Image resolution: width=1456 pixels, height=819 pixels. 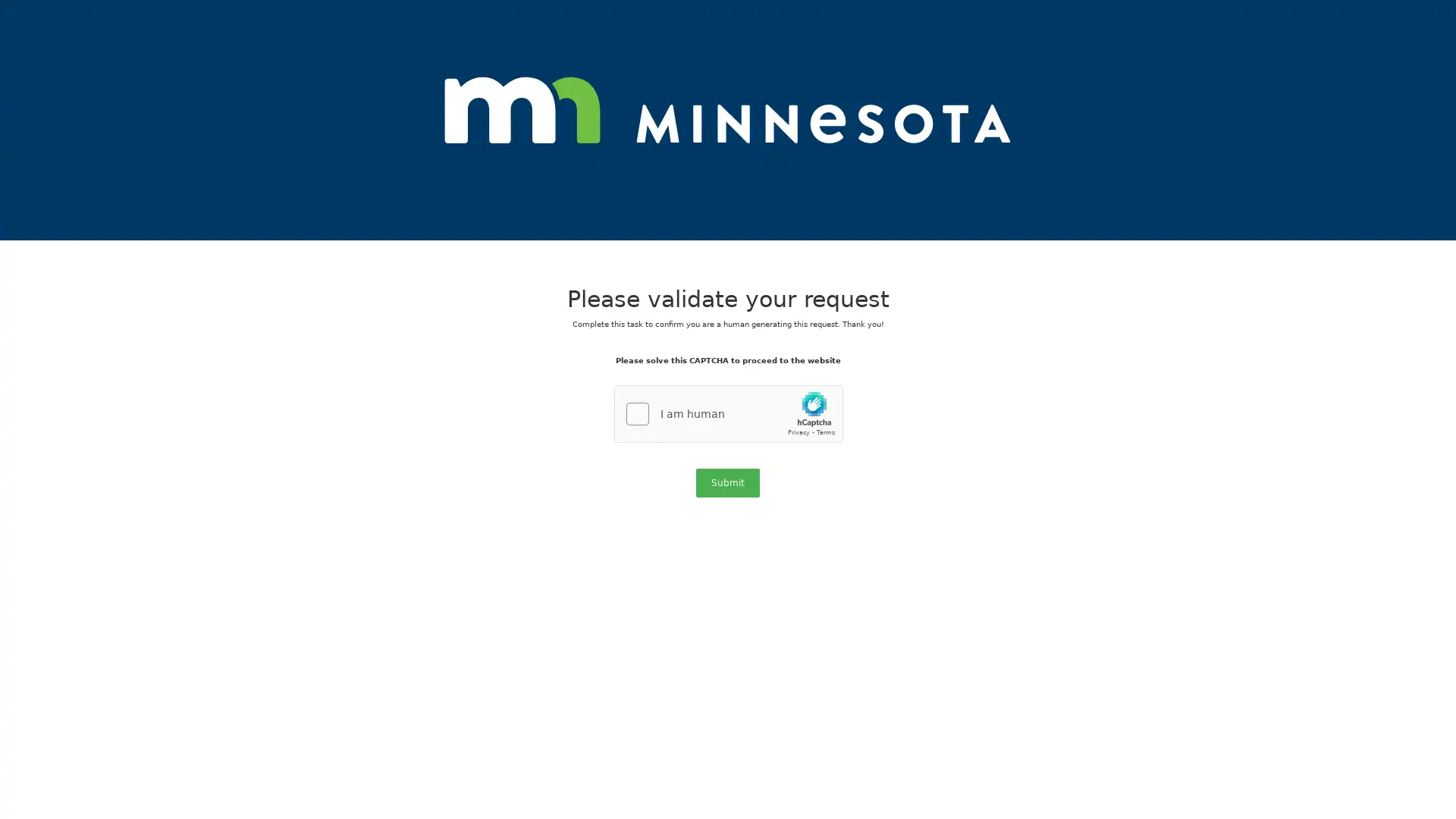 What do you see at coordinates (728, 482) in the screenshot?
I see `Submit` at bounding box center [728, 482].